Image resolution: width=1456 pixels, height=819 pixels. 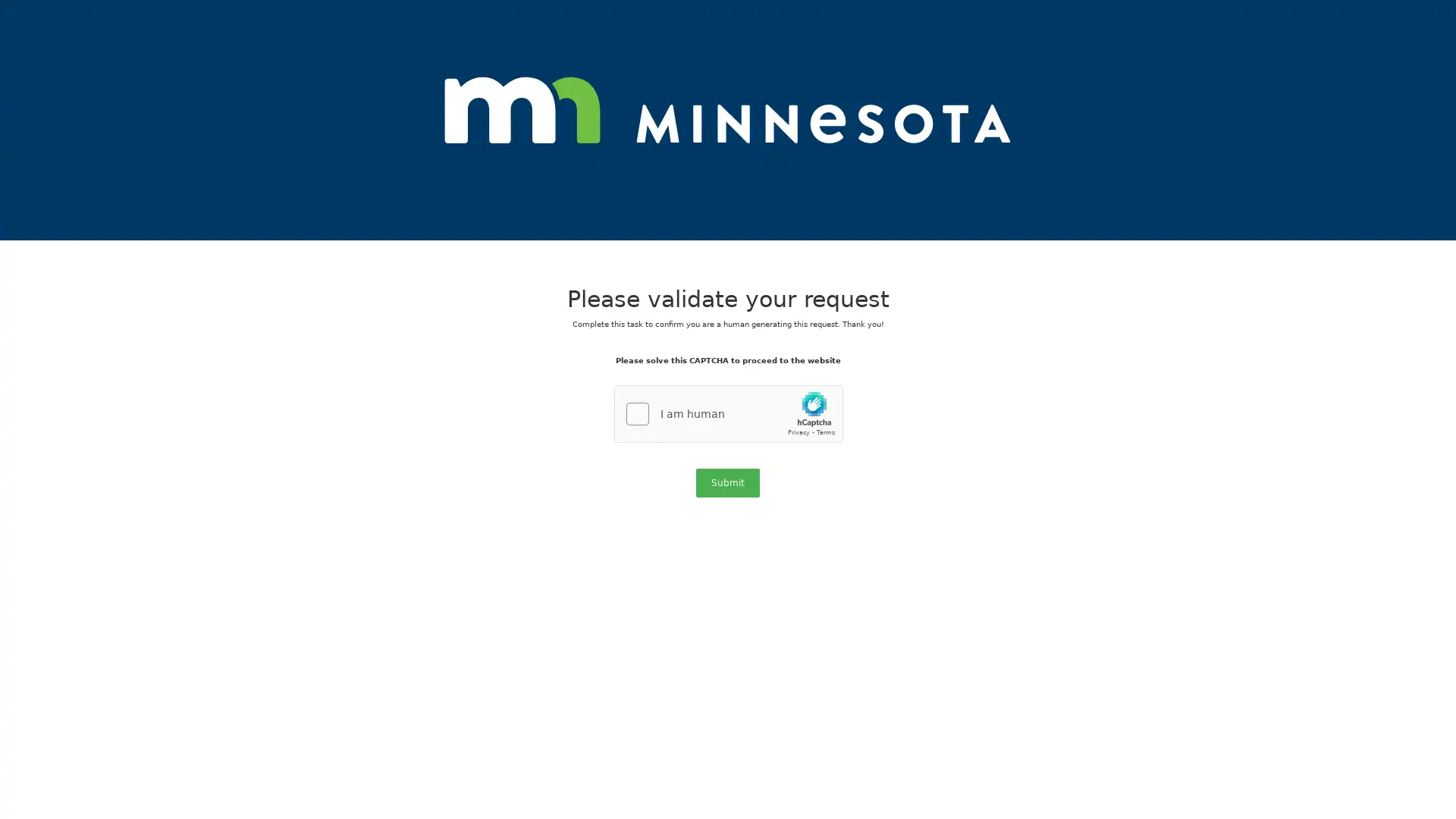 What do you see at coordinates (728, 482) in the screenshot?
I see `Submit` at bounding box center [728, 482].